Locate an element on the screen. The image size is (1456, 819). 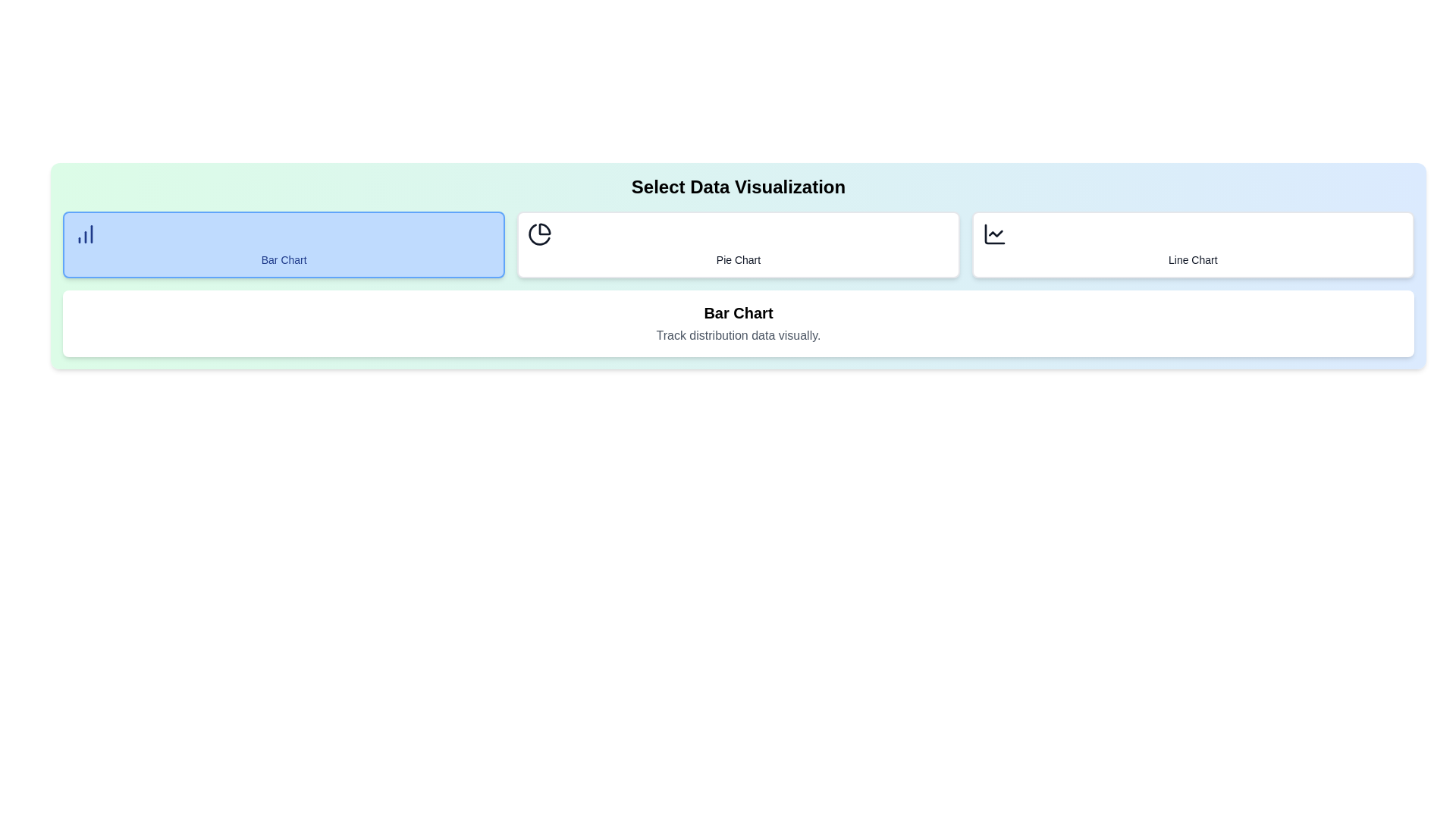
the selection button for viewing the line chart visualization, which is the third card in a row of three options located to the far right is located at coordinates (1192, 244).